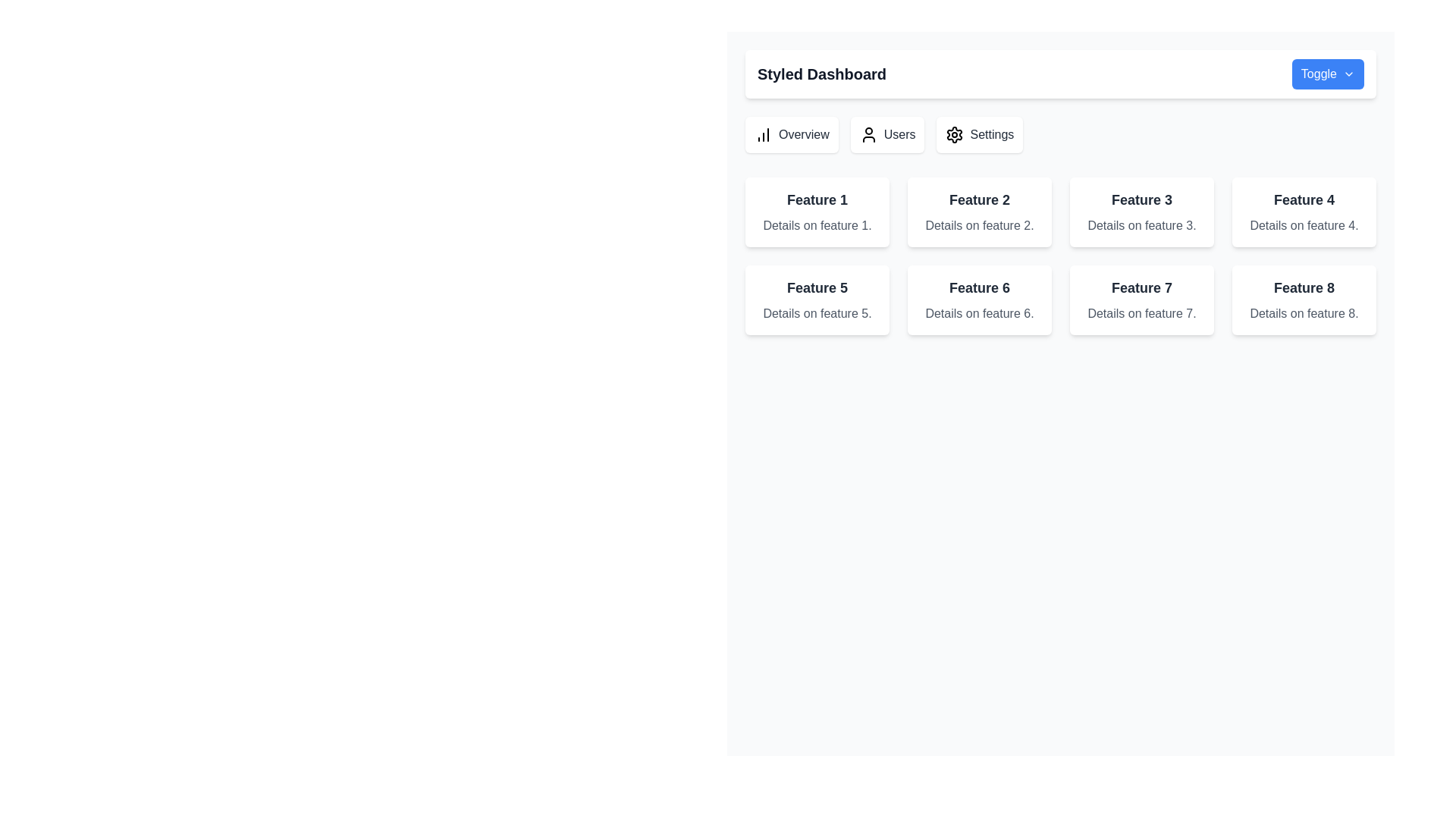 Image resolution: width=1456 pixels, height=819 pixels. What do you see at coordinates (791, 133) in the screenshot?
I see `the first button-like navigation item in the horizontal group` at bounding box center [791, 133].